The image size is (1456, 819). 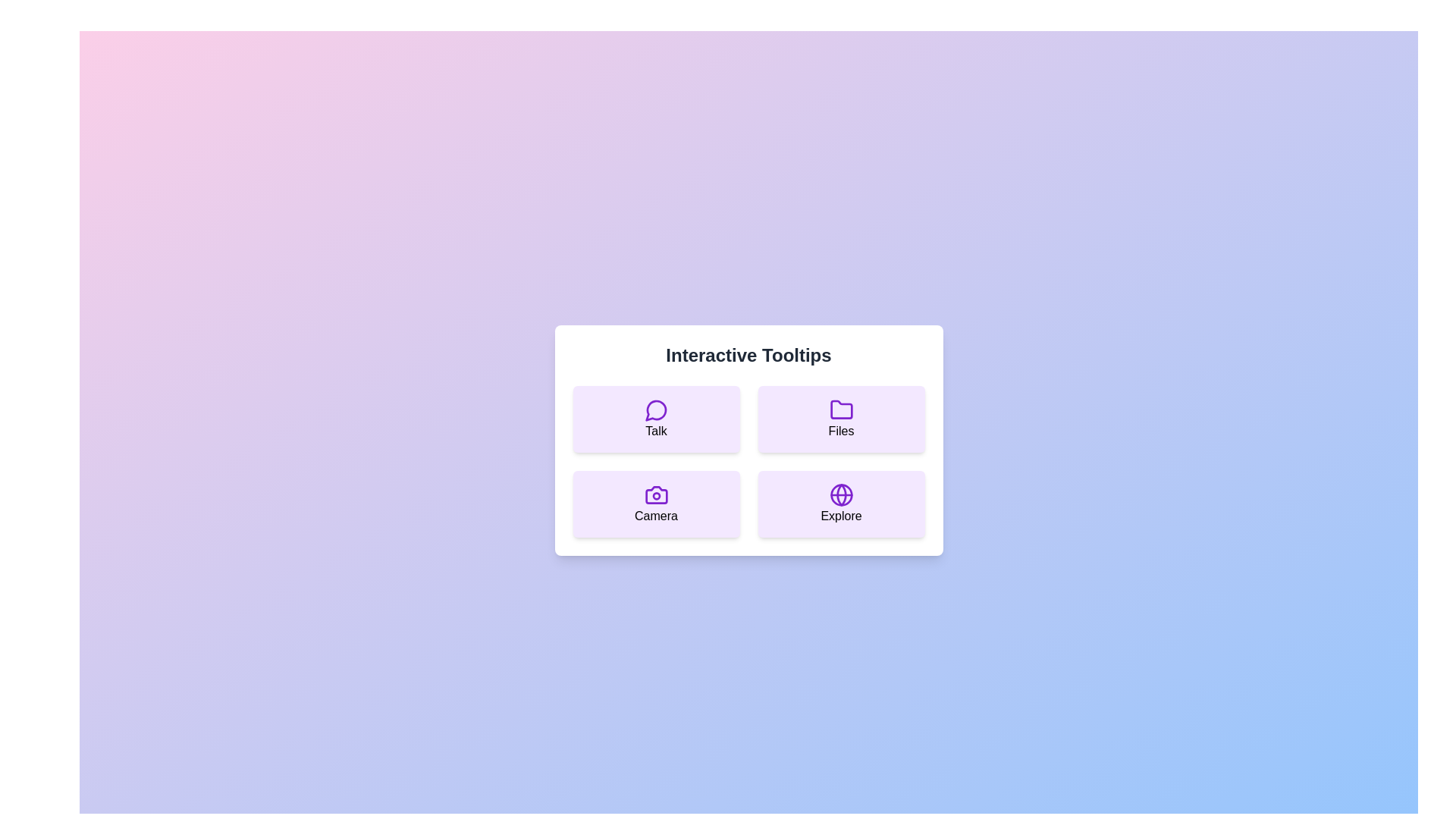 I want to click on the speech bubble icon with a circular highlight inside, styled in purple, located at the top-left of the tooltip options above the text 'Talk', so click(x=656, y=409).